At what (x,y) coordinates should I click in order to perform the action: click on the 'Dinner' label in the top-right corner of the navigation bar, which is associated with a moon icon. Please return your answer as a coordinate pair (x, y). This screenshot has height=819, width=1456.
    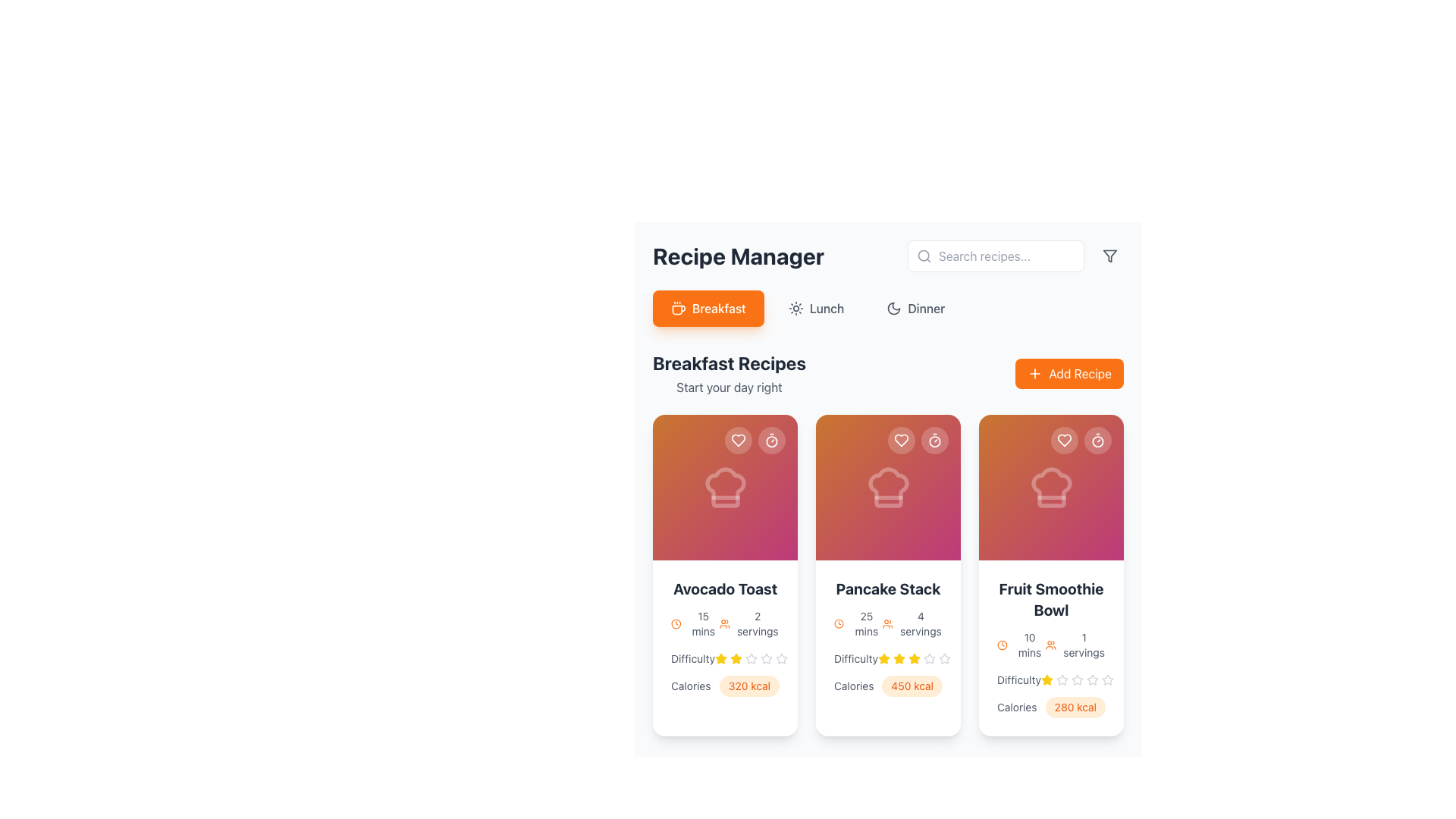
    Looking at the image, I should click on (925, 308).